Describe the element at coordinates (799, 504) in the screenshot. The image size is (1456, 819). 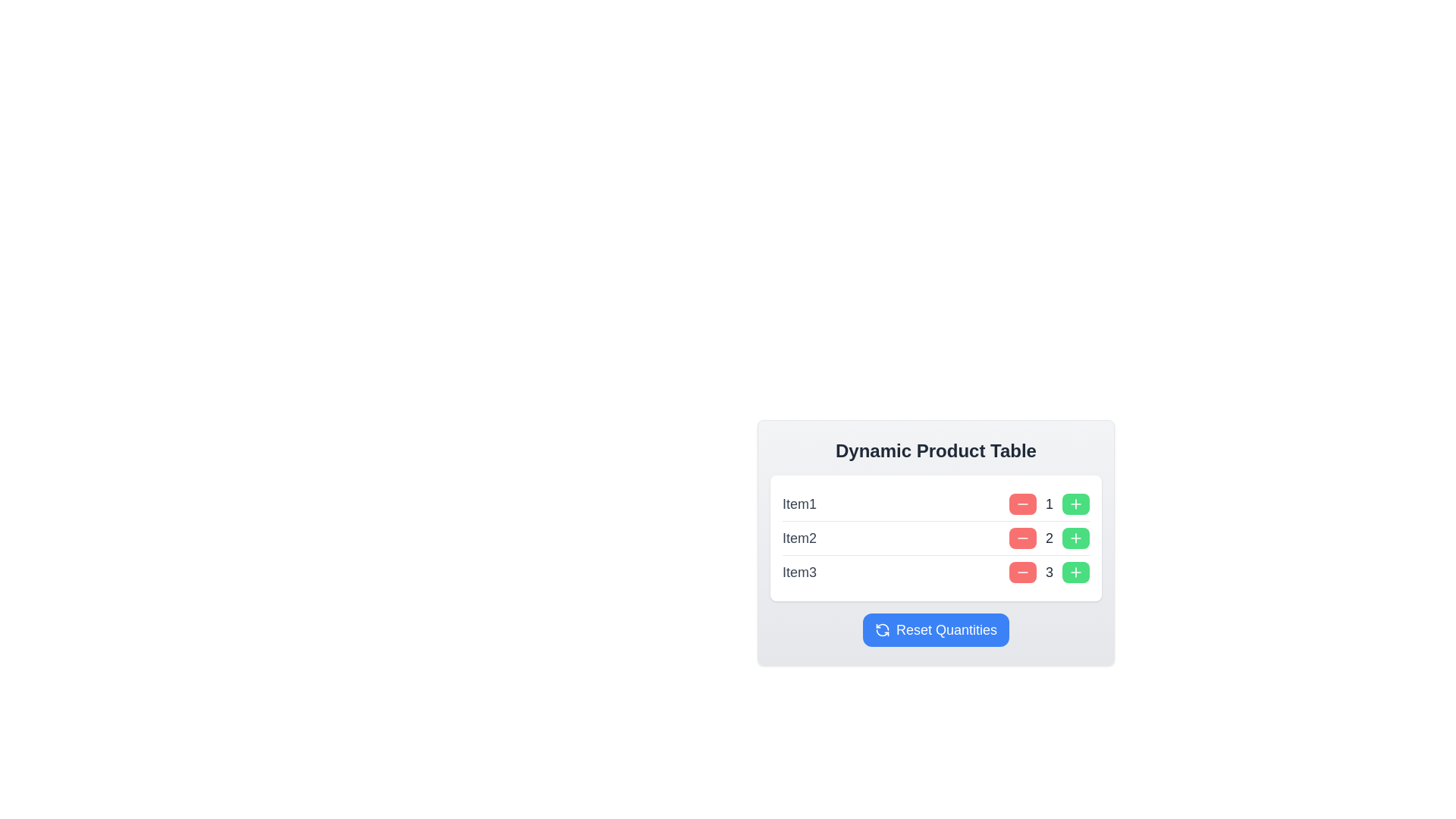
I see `the 'Item1' label, which is styled with a medium-sized, bold gray font and is located in the top row of the 'Dynamic Product Table', aligned with the first column` at that location.